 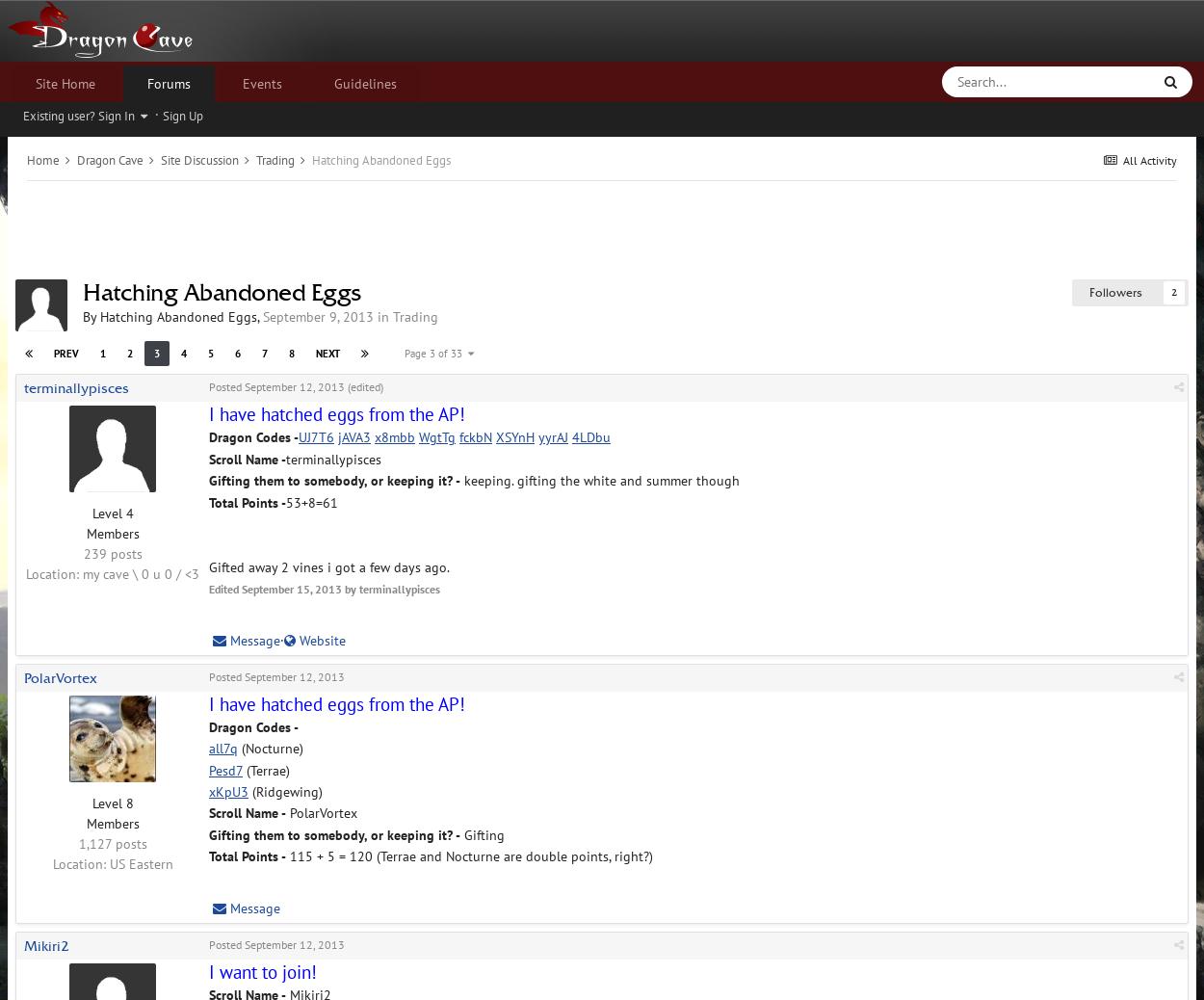 What do you see at coordinates (315, 437) in the screenshot?
I see `'UJ7T6'` at bounding box center [315, 437].